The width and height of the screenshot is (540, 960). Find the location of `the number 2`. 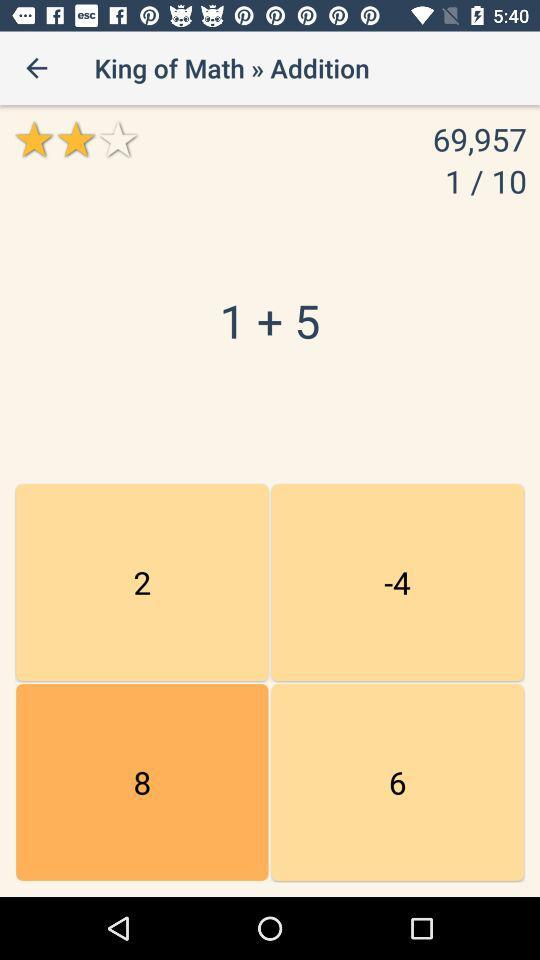

the number 2 is located at coordinates (141, 582).